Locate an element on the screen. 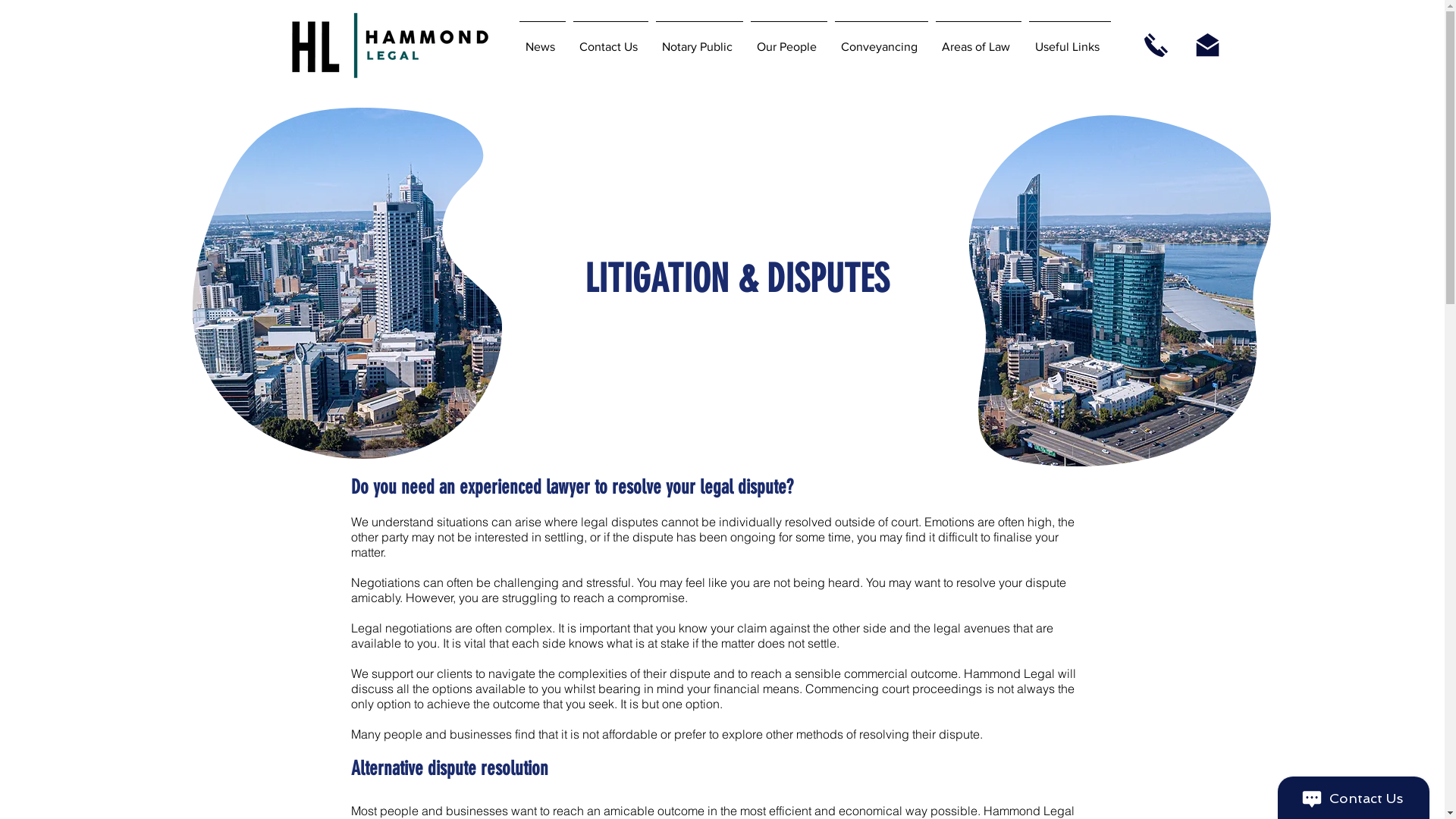 The image size is (1456, 819). 'News' is located at coordinates (542, 39).